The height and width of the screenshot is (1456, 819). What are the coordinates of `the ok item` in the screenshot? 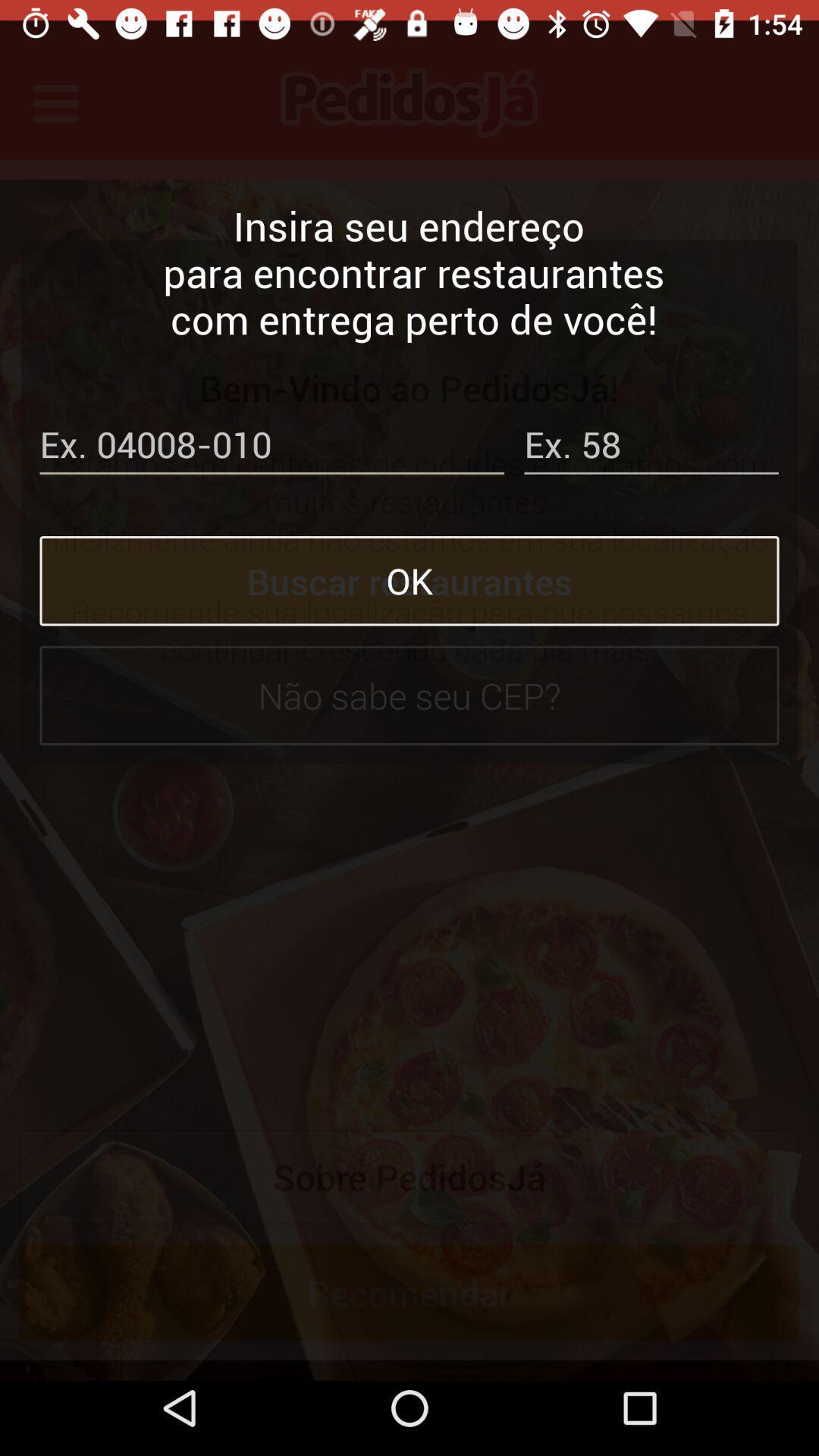 It's located at (409, 560).